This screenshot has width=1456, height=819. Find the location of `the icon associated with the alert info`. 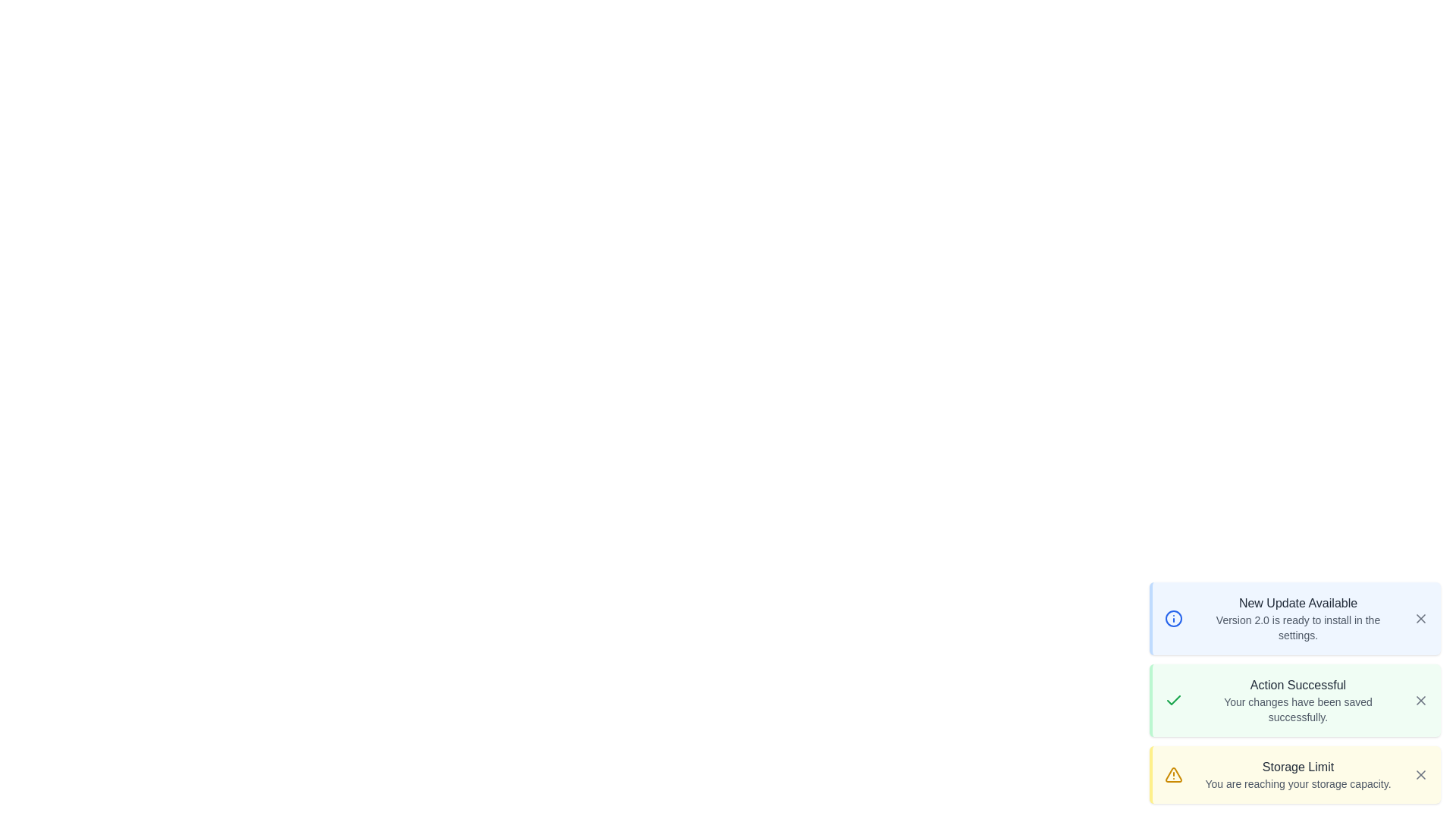

the icon associated with the alert info is located at coordinates (1173, 619).